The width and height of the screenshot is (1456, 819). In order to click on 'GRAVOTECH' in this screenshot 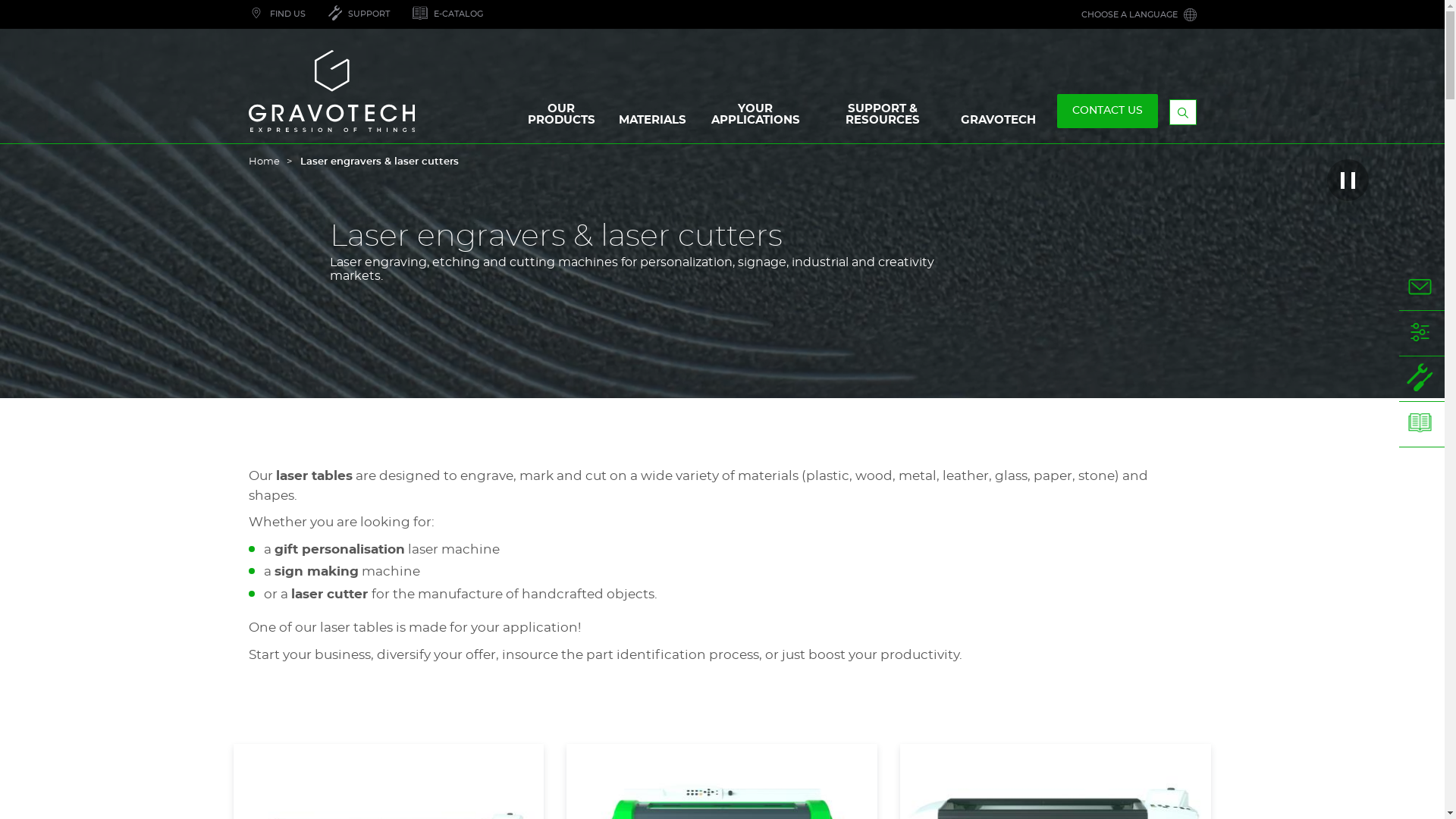, I will do `click(949, 123)`.